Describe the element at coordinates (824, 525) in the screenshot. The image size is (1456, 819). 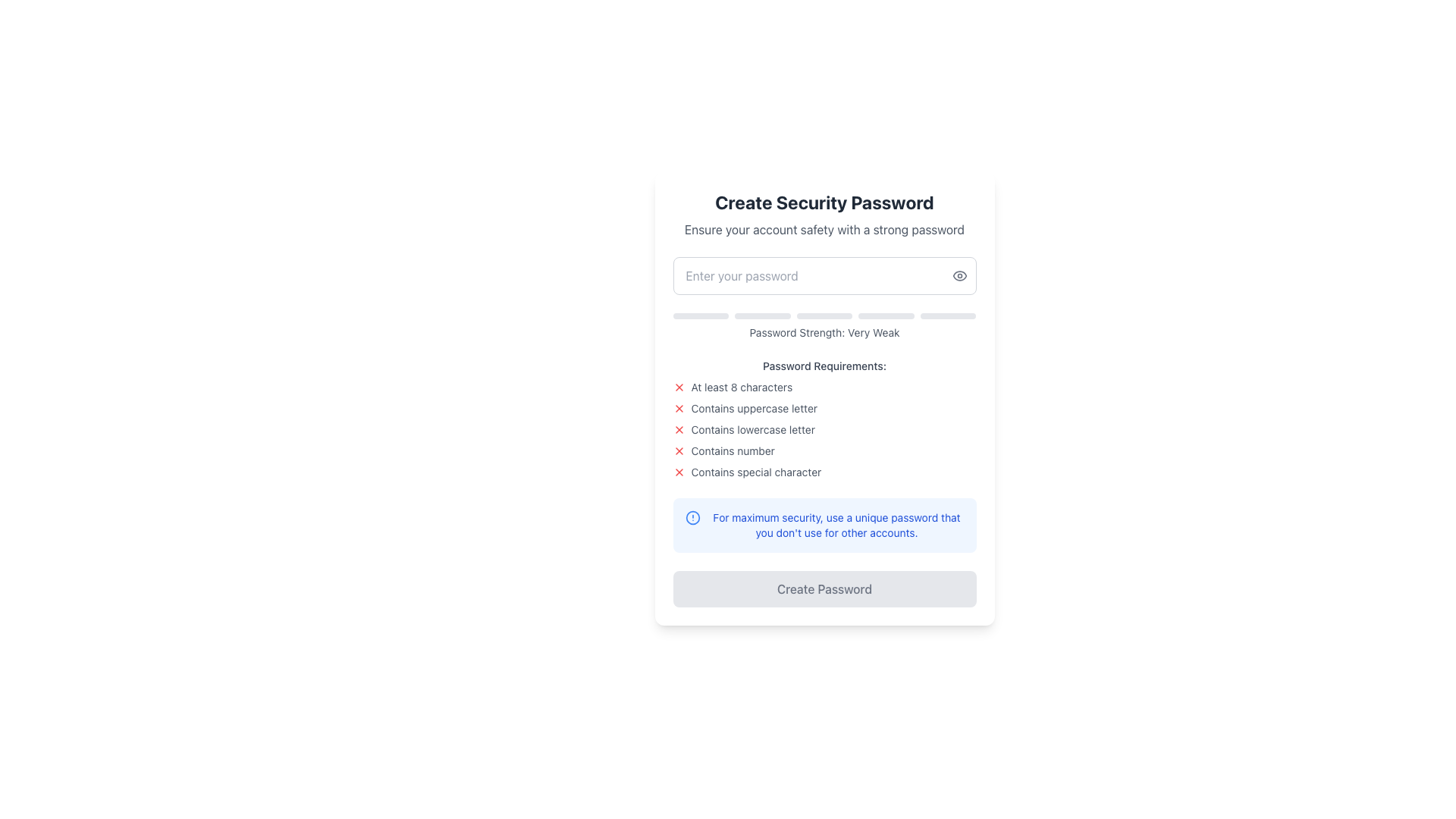
I see `the informational notification box that displays a security tip about using a unique password, located above the 'Create Password' button in the 'Create Security Password' modal` at that location.